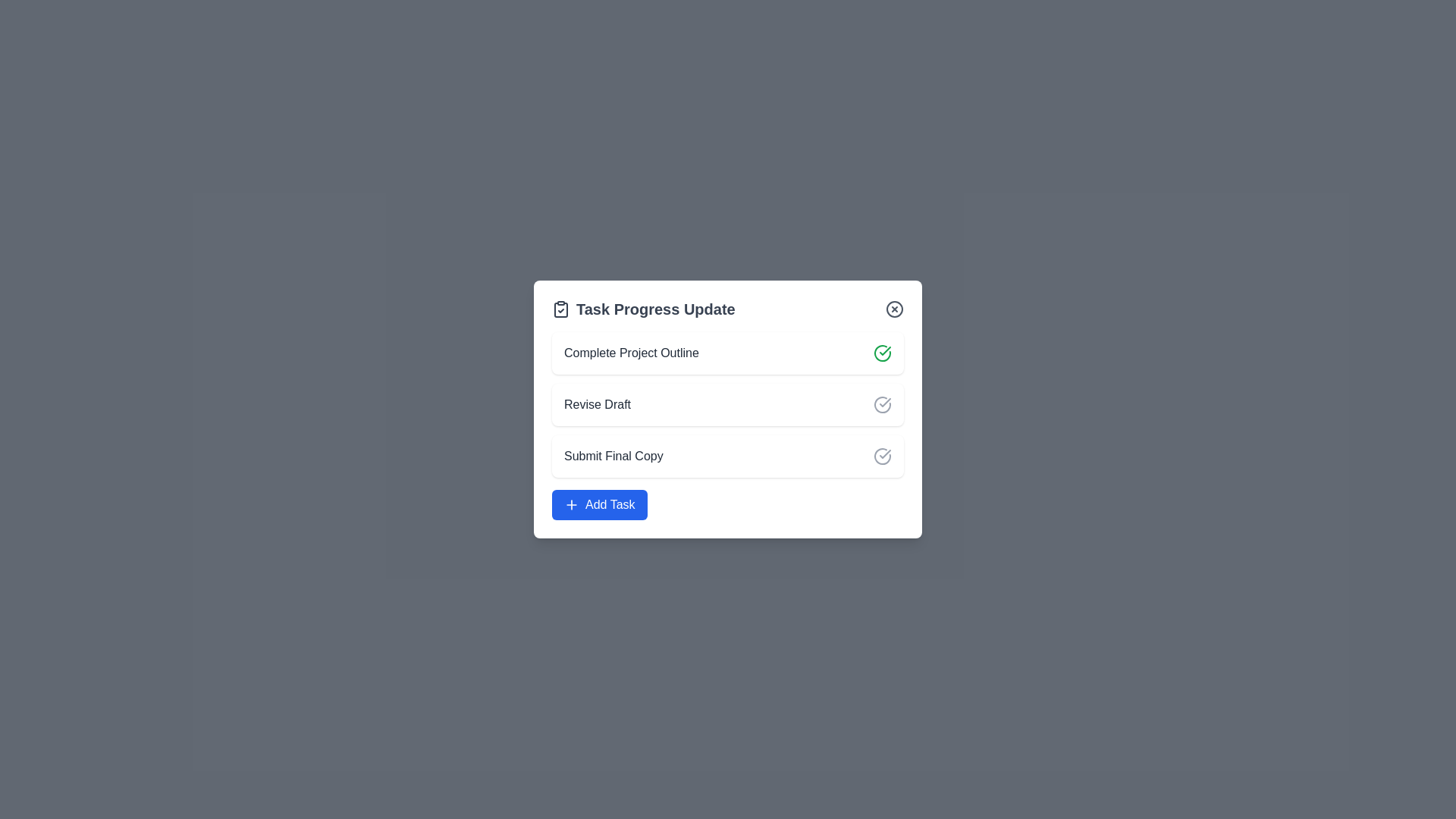  What do you see at coordinates (596, 403) in the screenshot?
I see `the second text label in the vertically organized task list that identifies a specific task in the task management interface` at bounding box center [596, 403].